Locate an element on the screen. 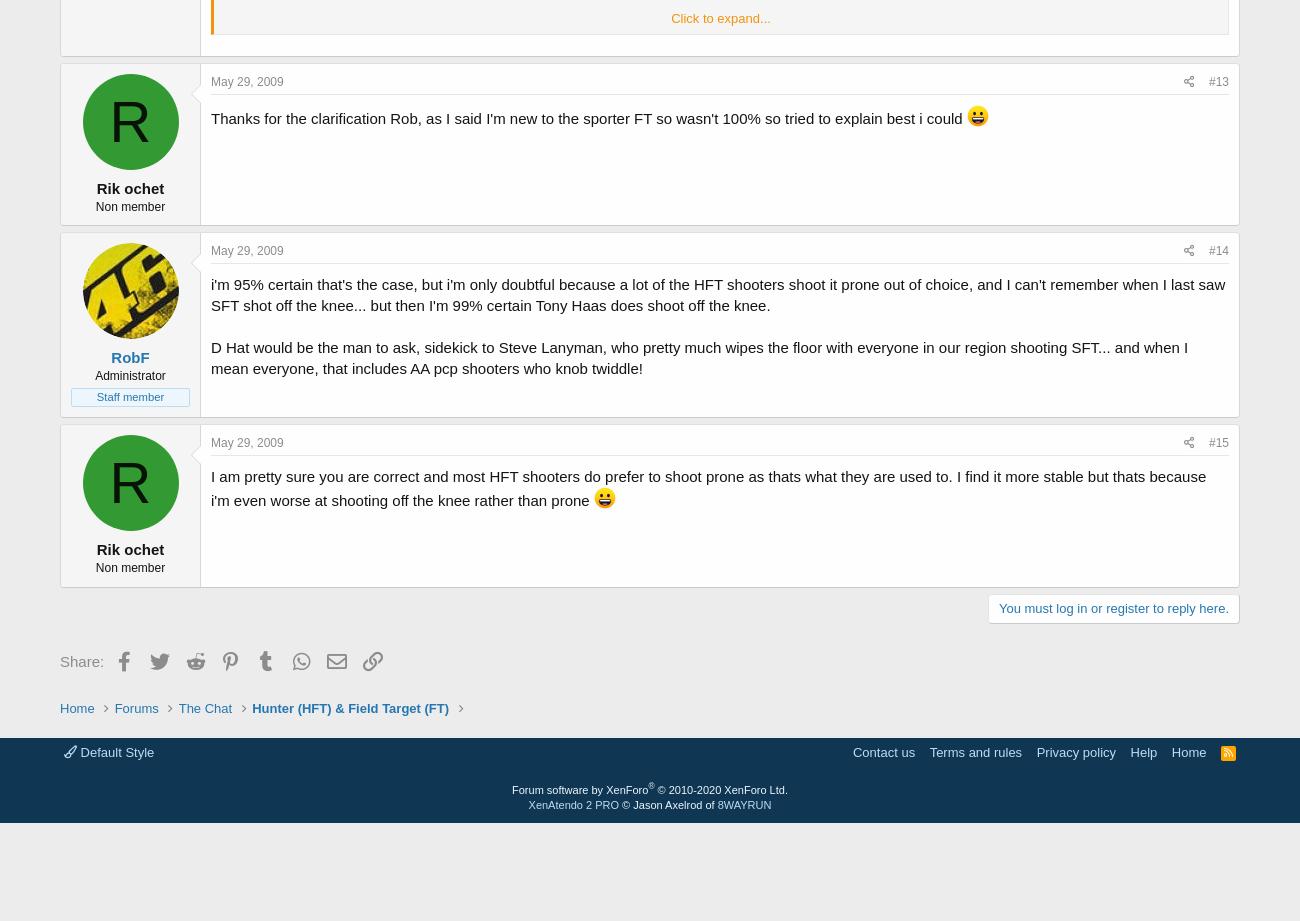 The image size is (1300, 921). 'Staff member' is located at coordinates (95, 396).